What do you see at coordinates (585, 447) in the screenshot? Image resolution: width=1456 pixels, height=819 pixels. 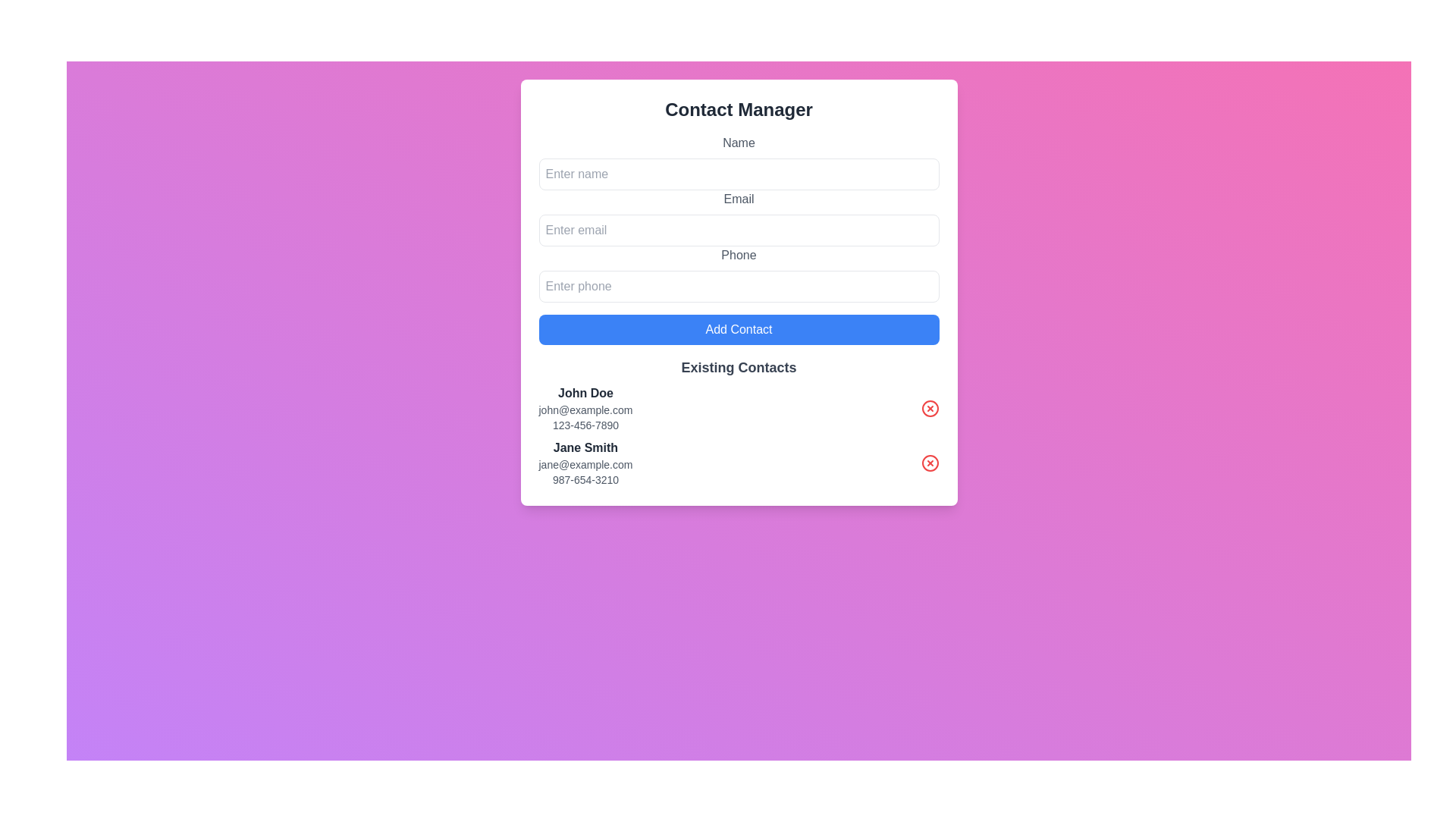 I see `the static text element displaying the name 'Jane Smith', which is located in the 'Existing Contacts' section, directly above its associated email and phone number` at bounding box center [585, 447].